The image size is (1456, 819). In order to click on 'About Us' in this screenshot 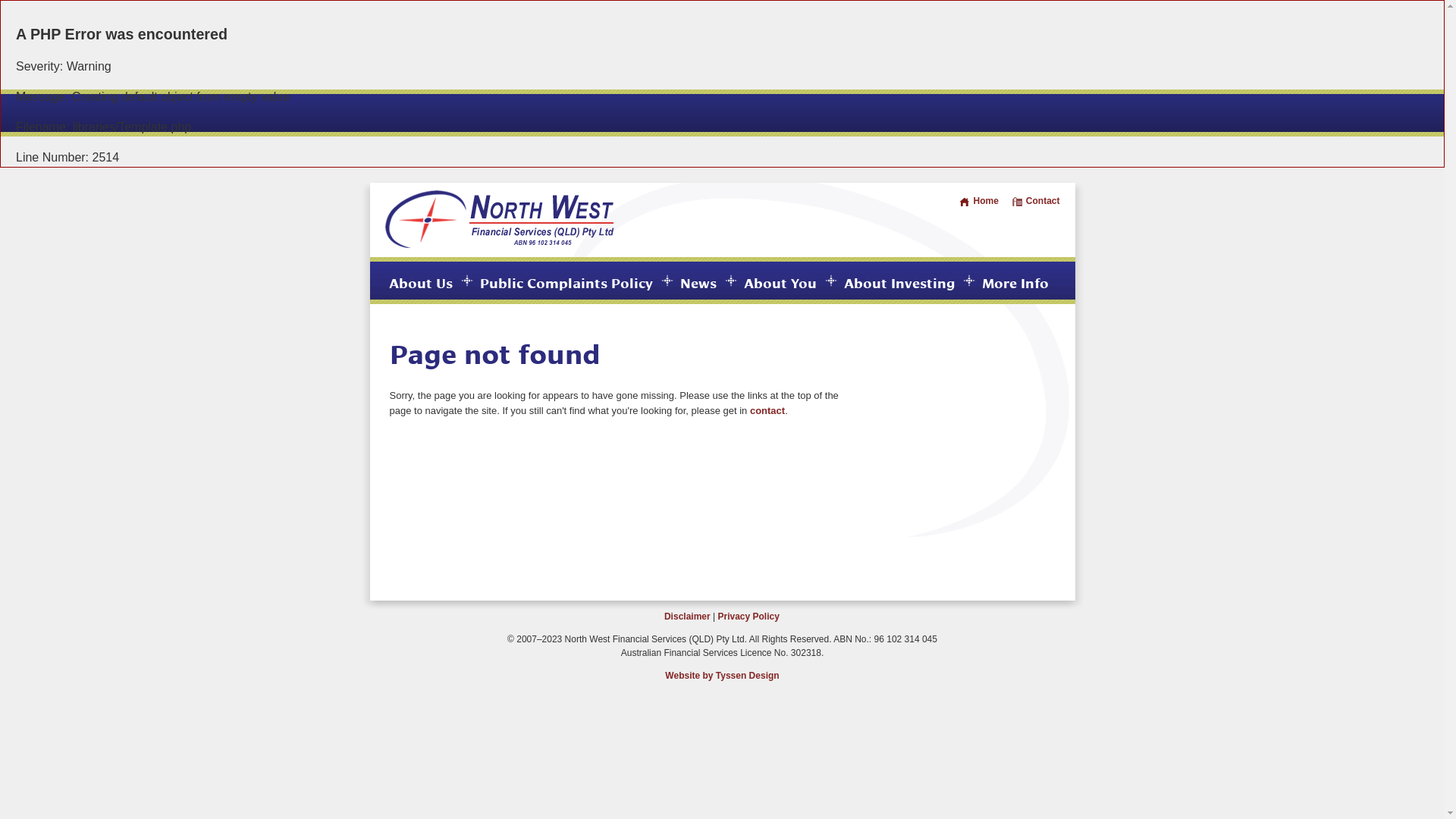, I will do `click(419, 281)`.